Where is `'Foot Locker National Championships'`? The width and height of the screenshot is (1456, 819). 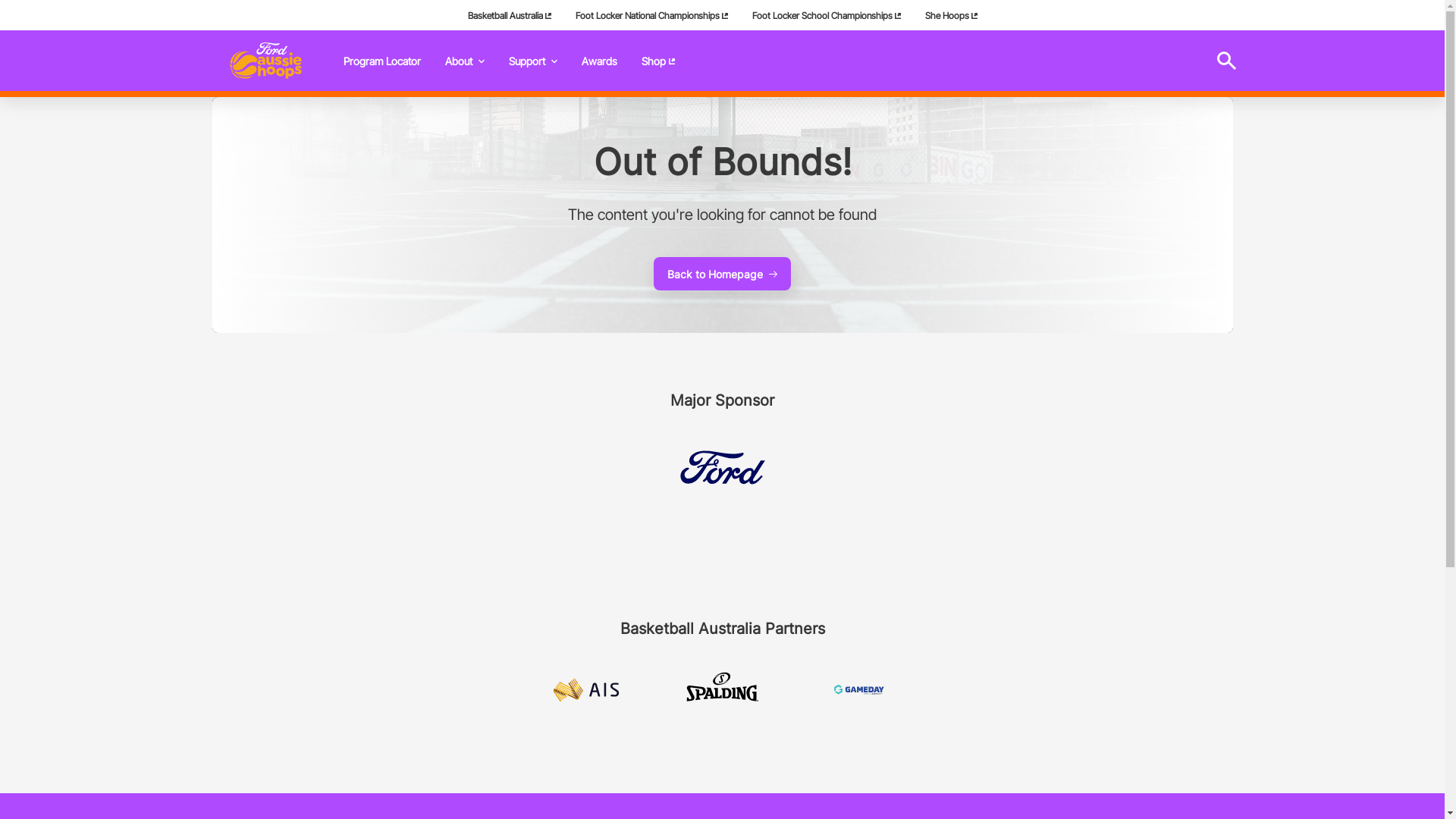
'Foot Locker National Championships' is located at coordinates (562, 14).